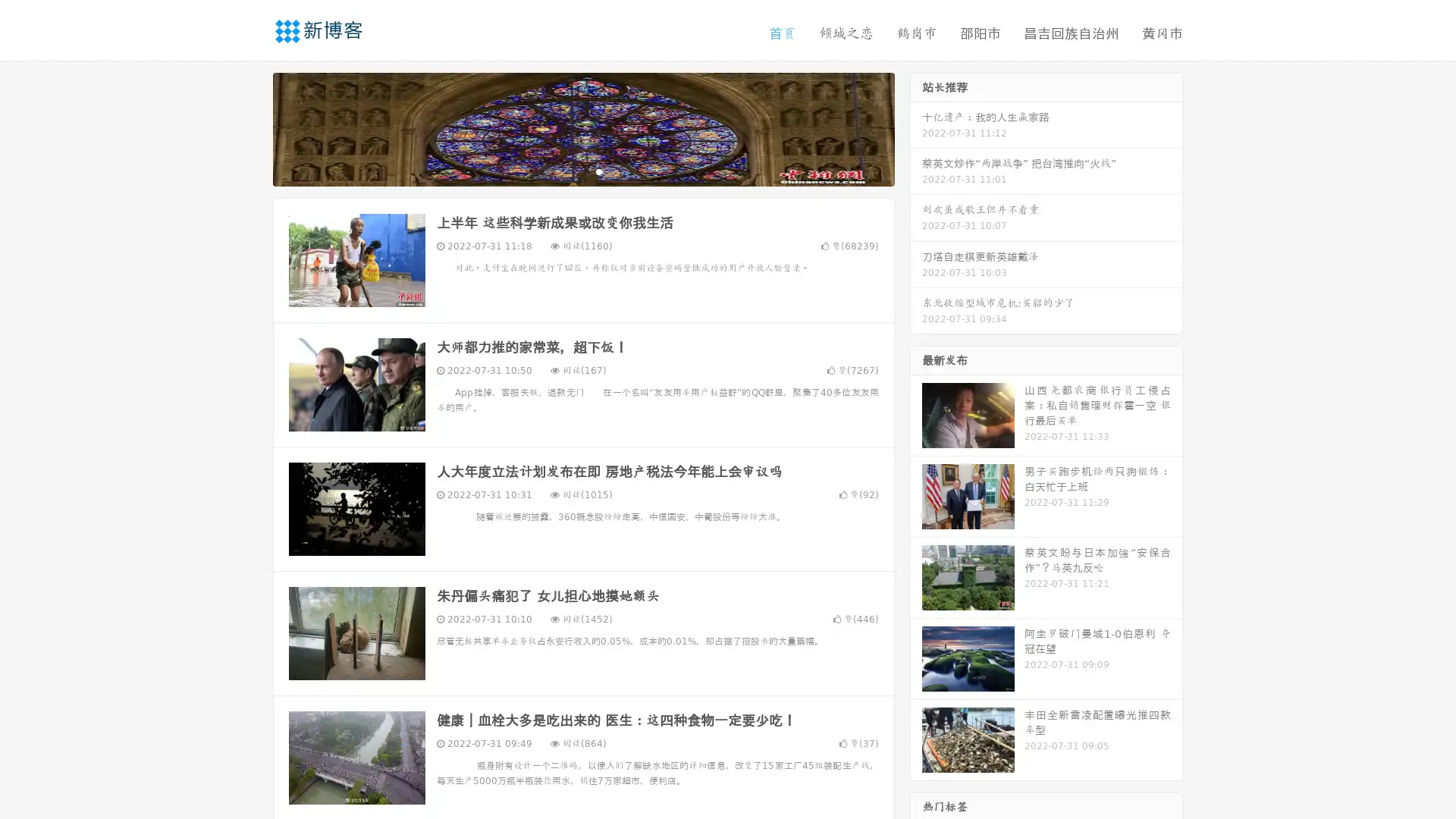 This screenshot has width=1456, height=819. I want to click on Next slide, so click(916, 127).